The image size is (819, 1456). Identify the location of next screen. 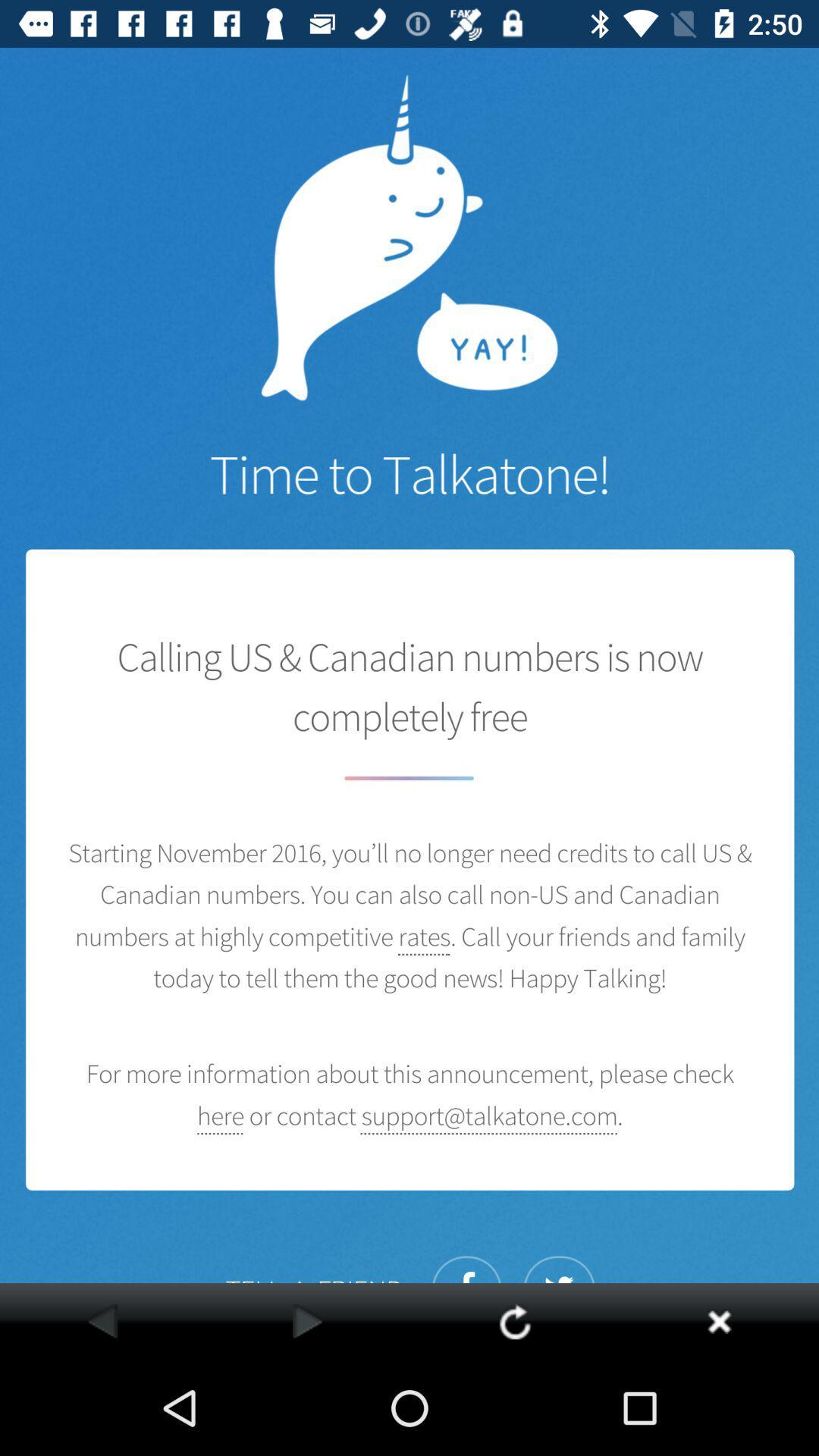
(307, 1320).